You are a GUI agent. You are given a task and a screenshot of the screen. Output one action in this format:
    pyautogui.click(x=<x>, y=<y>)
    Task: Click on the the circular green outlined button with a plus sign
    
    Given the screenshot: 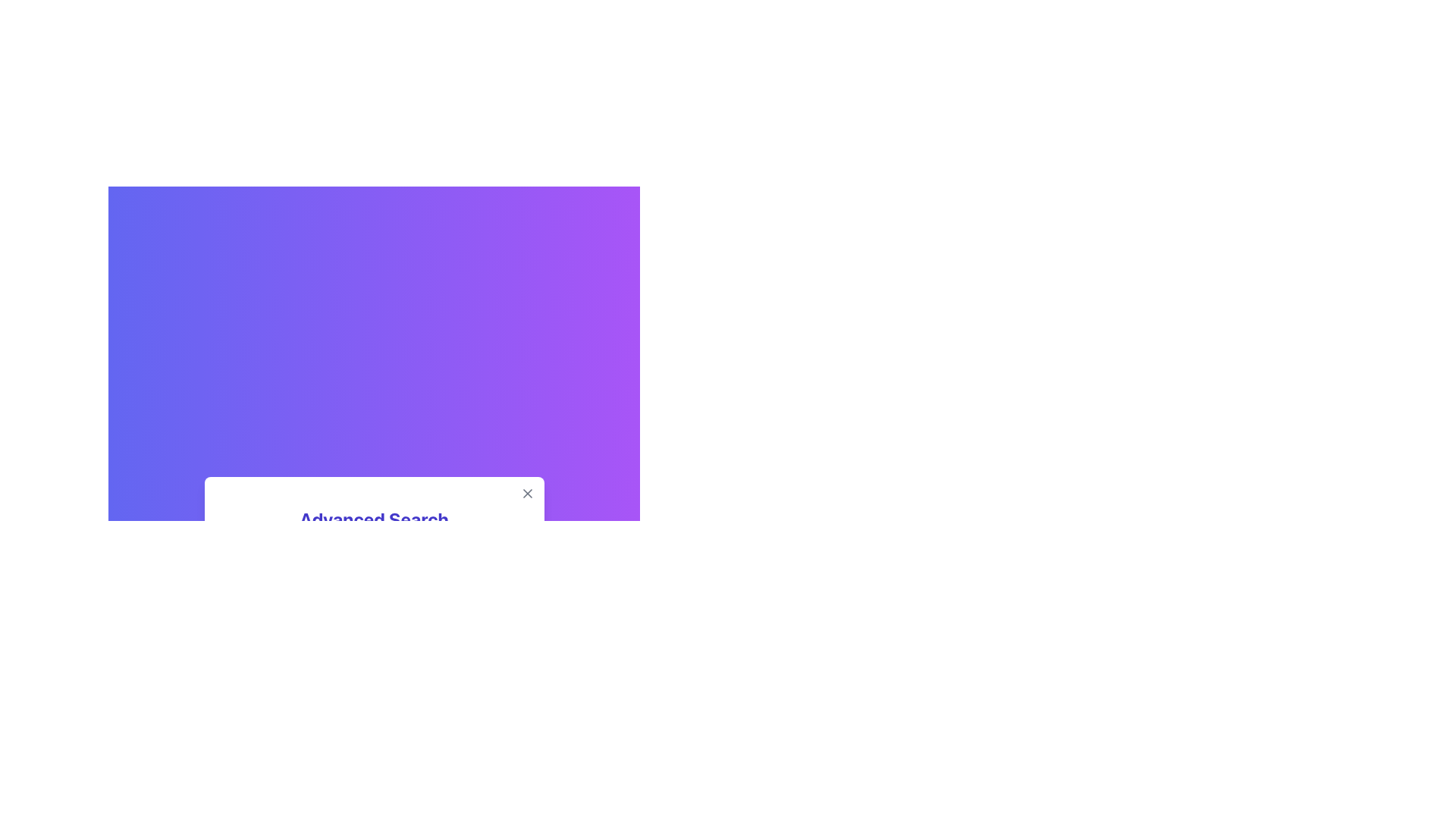 What is the action you would take?
    pyautogui.click(x=510, y=680)
    